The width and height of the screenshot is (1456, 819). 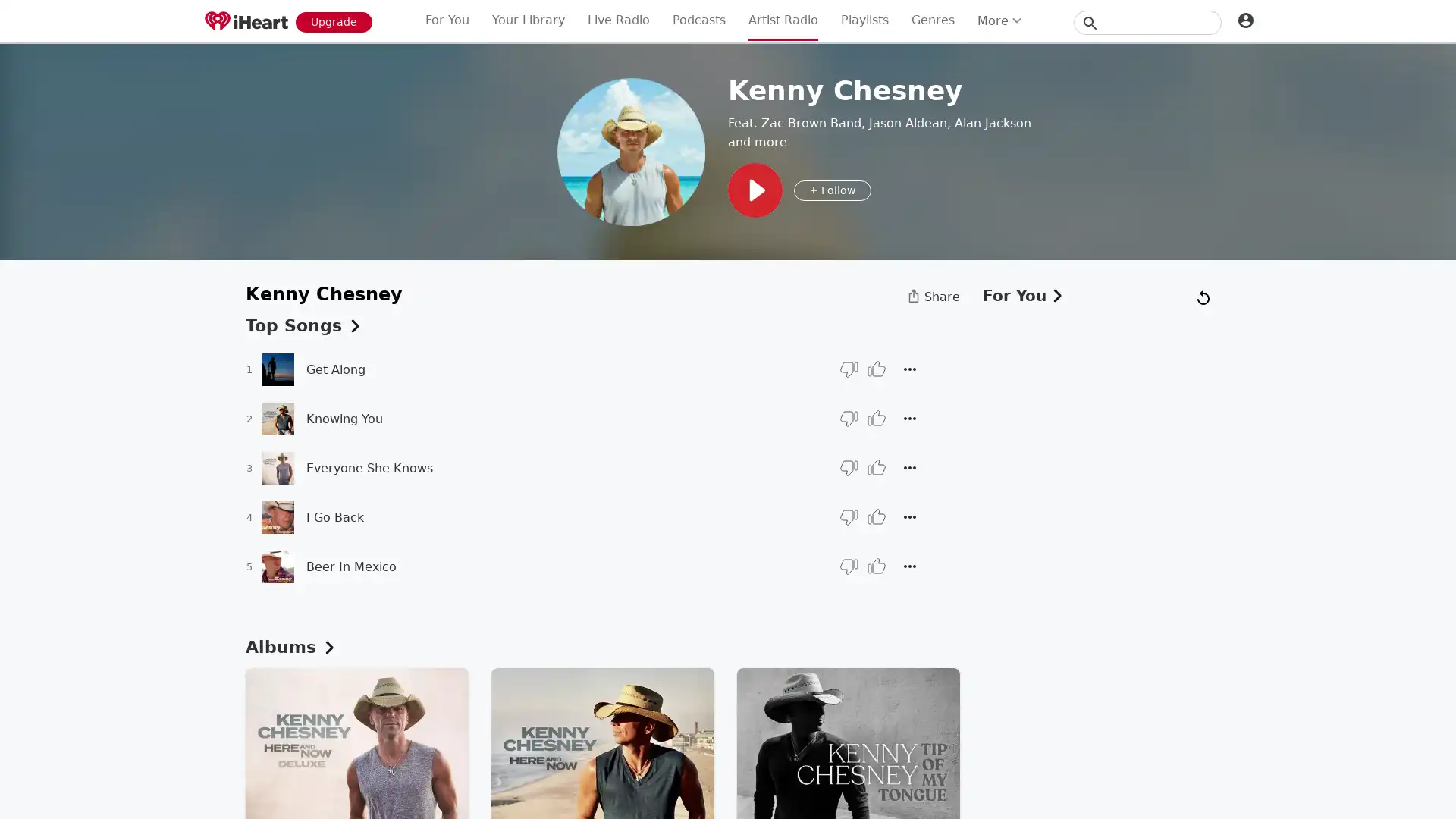 I want to click on Play, so click(x=277, y=369).